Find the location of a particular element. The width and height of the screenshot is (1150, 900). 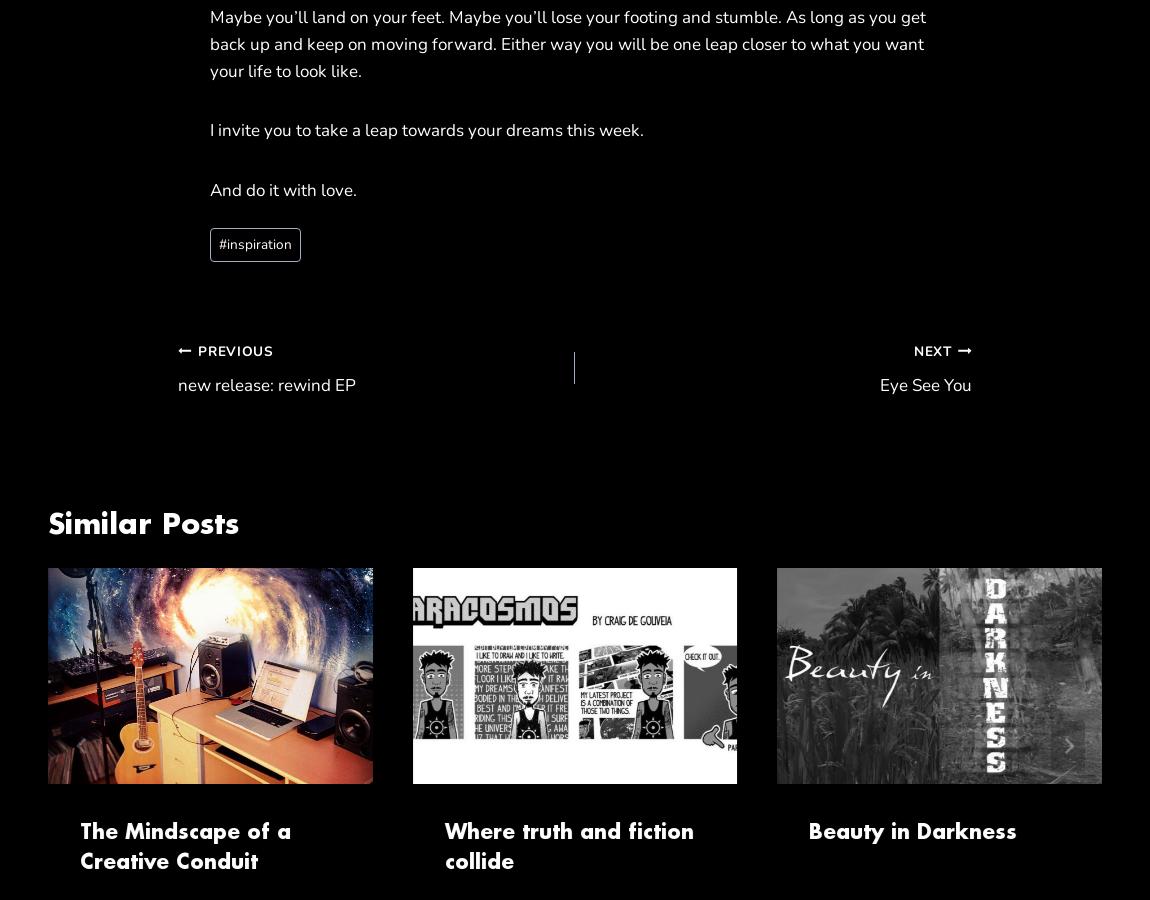

'Where truth and fiction collide' is located at coordinates (444, 846).